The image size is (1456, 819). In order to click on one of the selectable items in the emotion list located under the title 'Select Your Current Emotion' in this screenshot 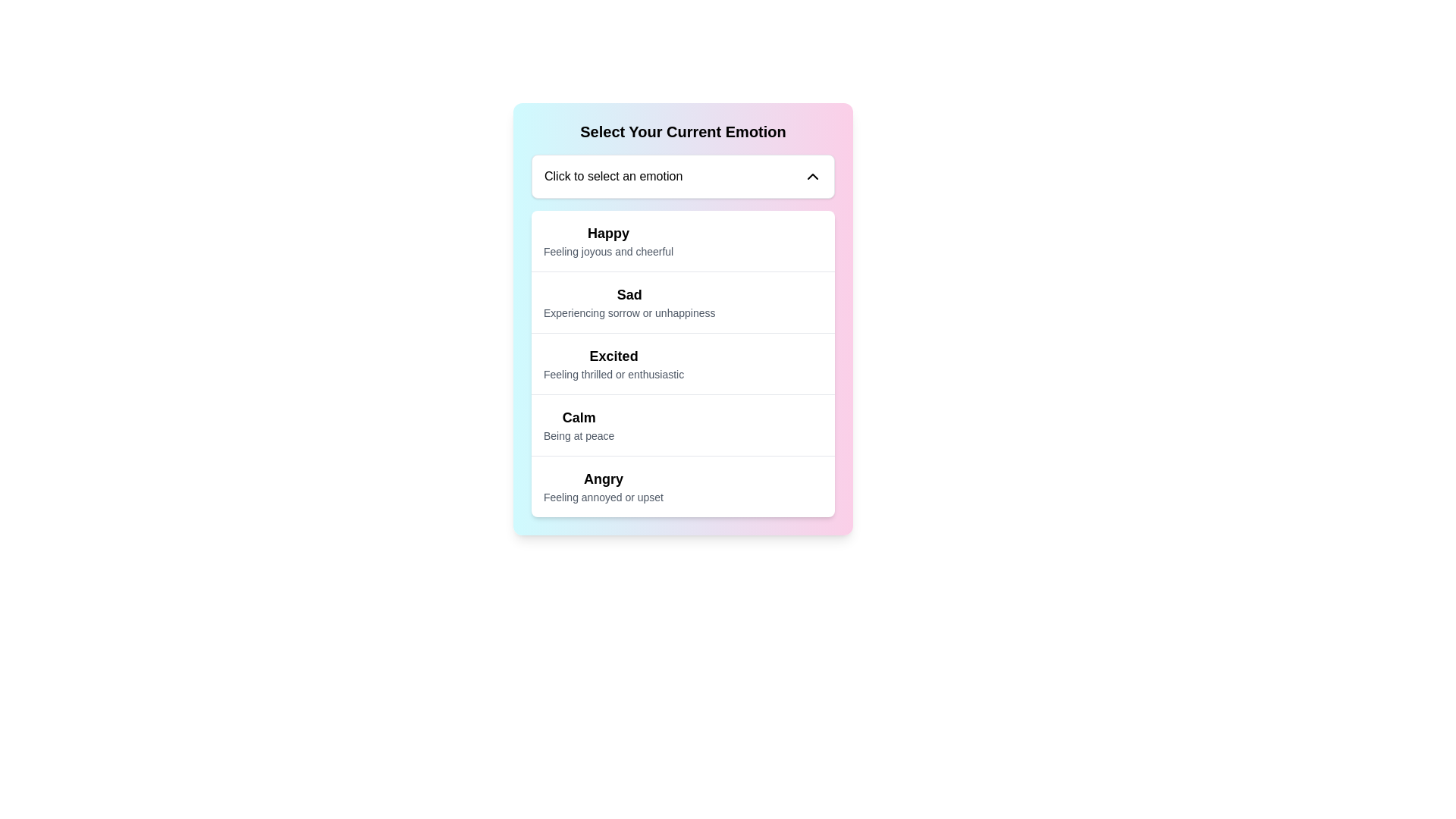, I will do `click(682, 363)`.